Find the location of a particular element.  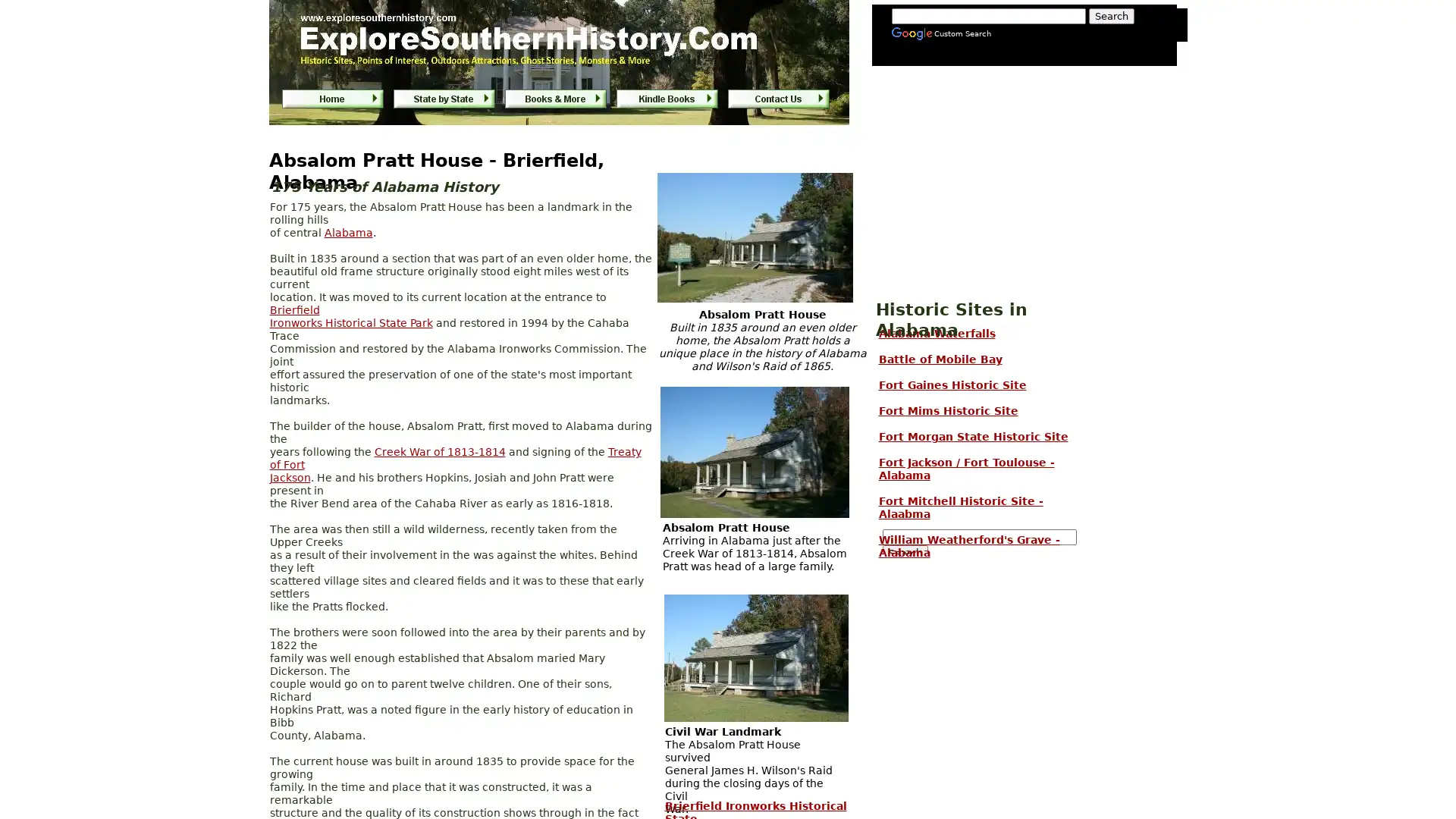

Search is located at coordinates (905, 553).